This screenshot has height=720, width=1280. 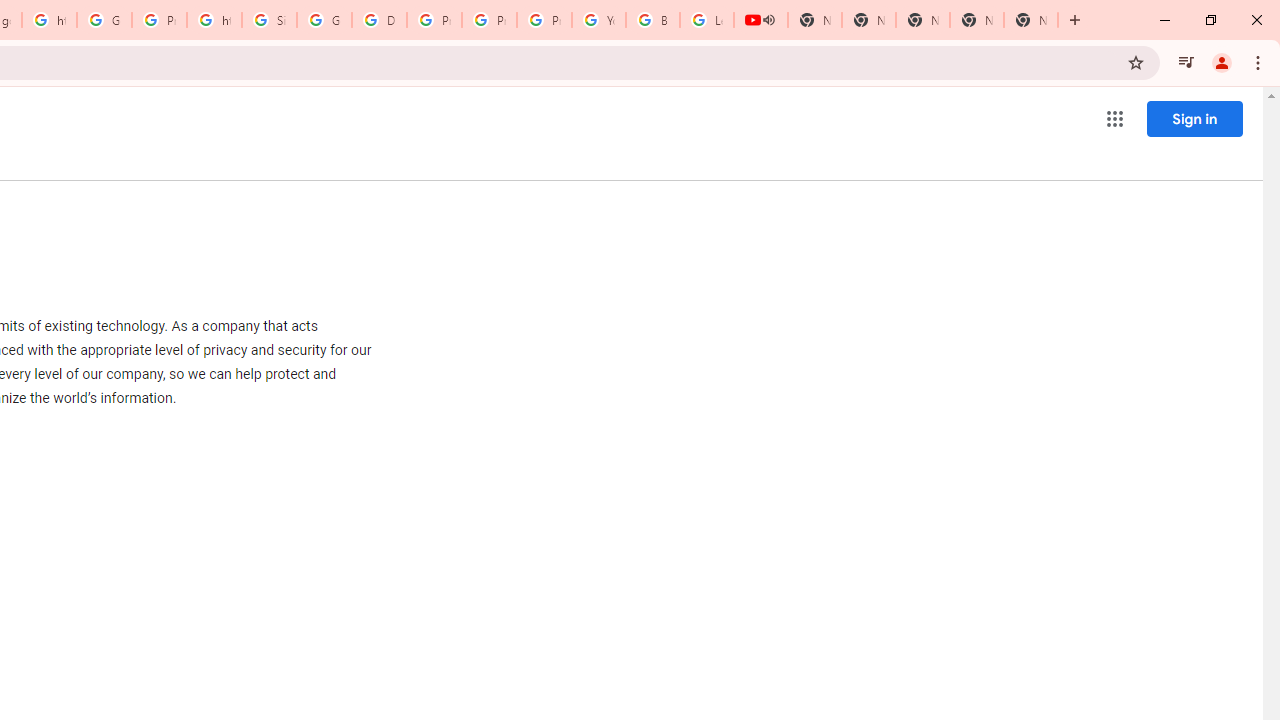 What do you see at coordinates (433, 20) in the screenshot?
I see `'Privacy Help Center - Policies Help'` at bounding box center [433, 20].